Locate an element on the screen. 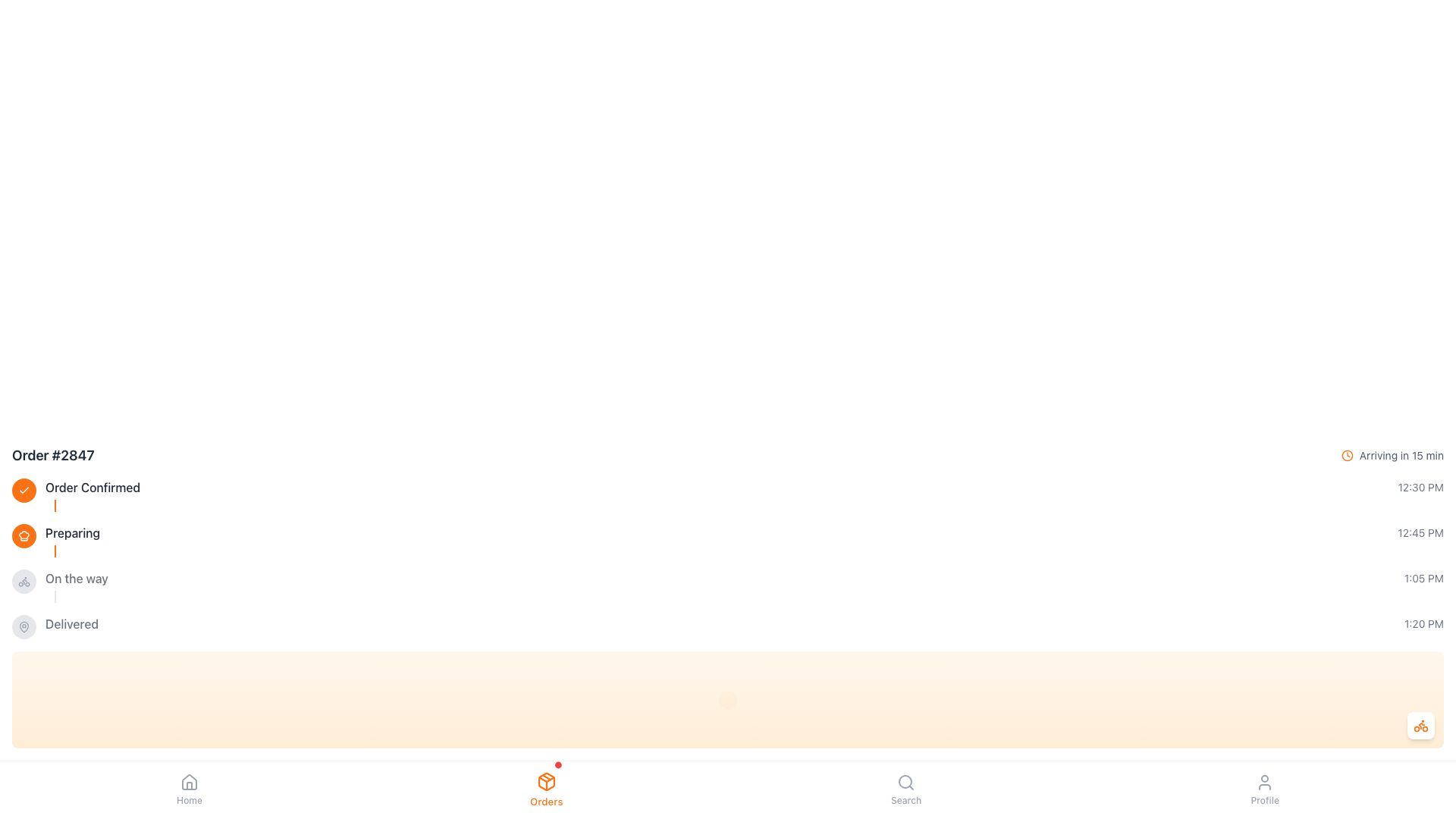 The image size is (1456, 819). text of the status label indicating 'Preparing' which is the second status in the order tracking sequence is located at coordinates (72, 532).